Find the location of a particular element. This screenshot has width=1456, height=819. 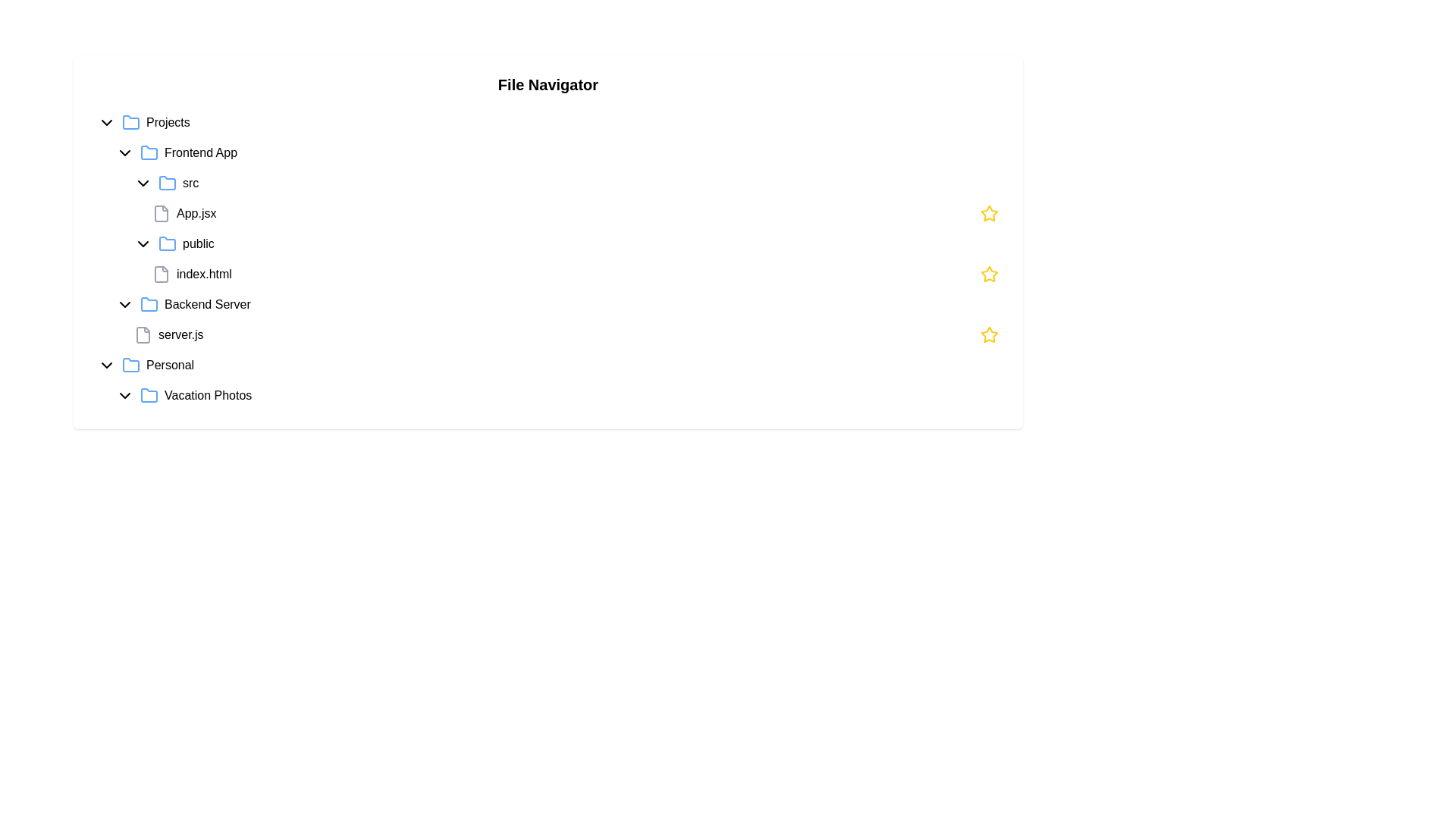

the blue folder-shaped graphic icon with a wireframe style located to the left of the text label 'src' under the 'src' node in the 'Frontend App' within 'Projects' is located at coordinates (167, 182).